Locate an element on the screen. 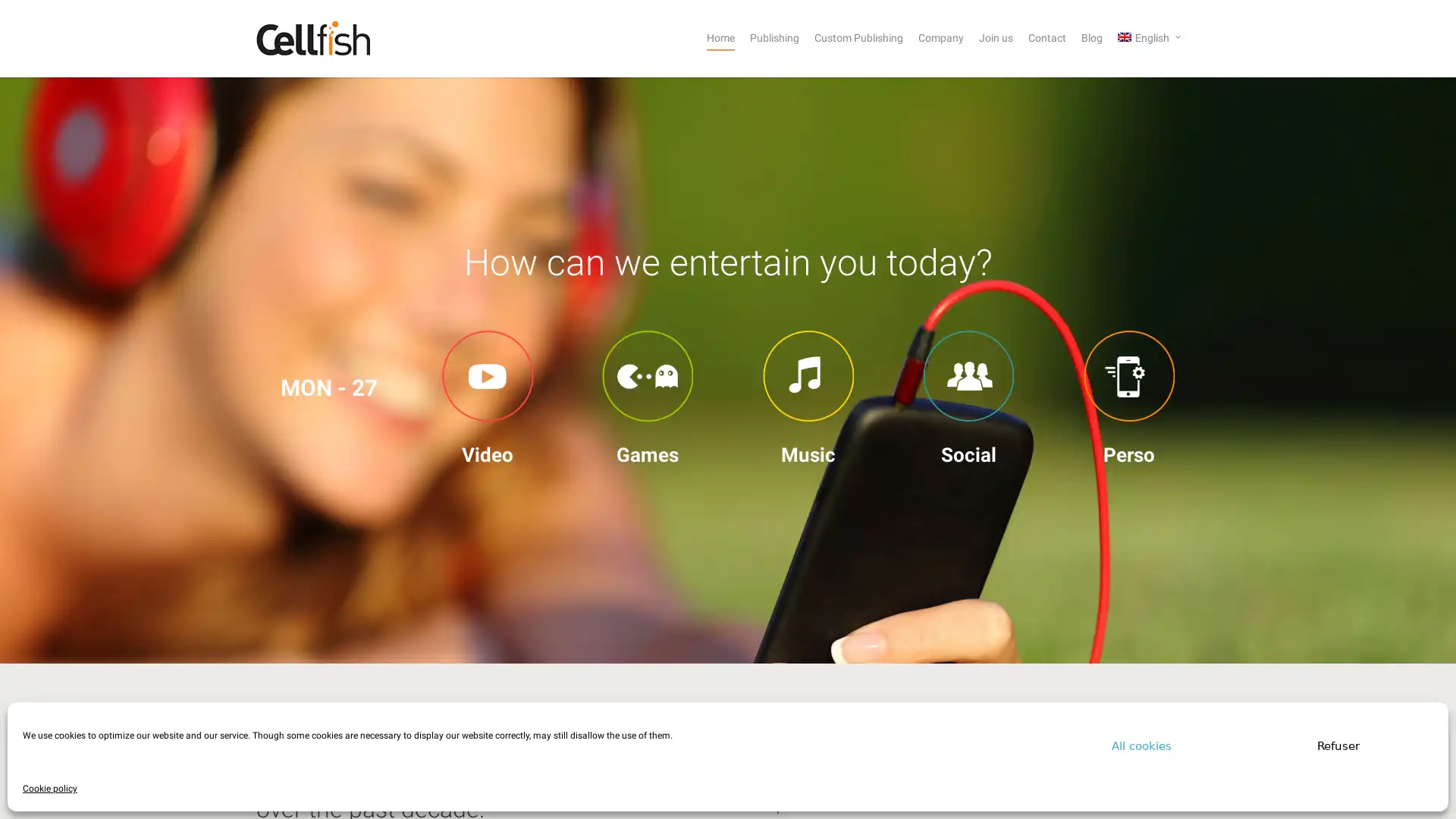  All cookies is located at coordinates (1141, 745).